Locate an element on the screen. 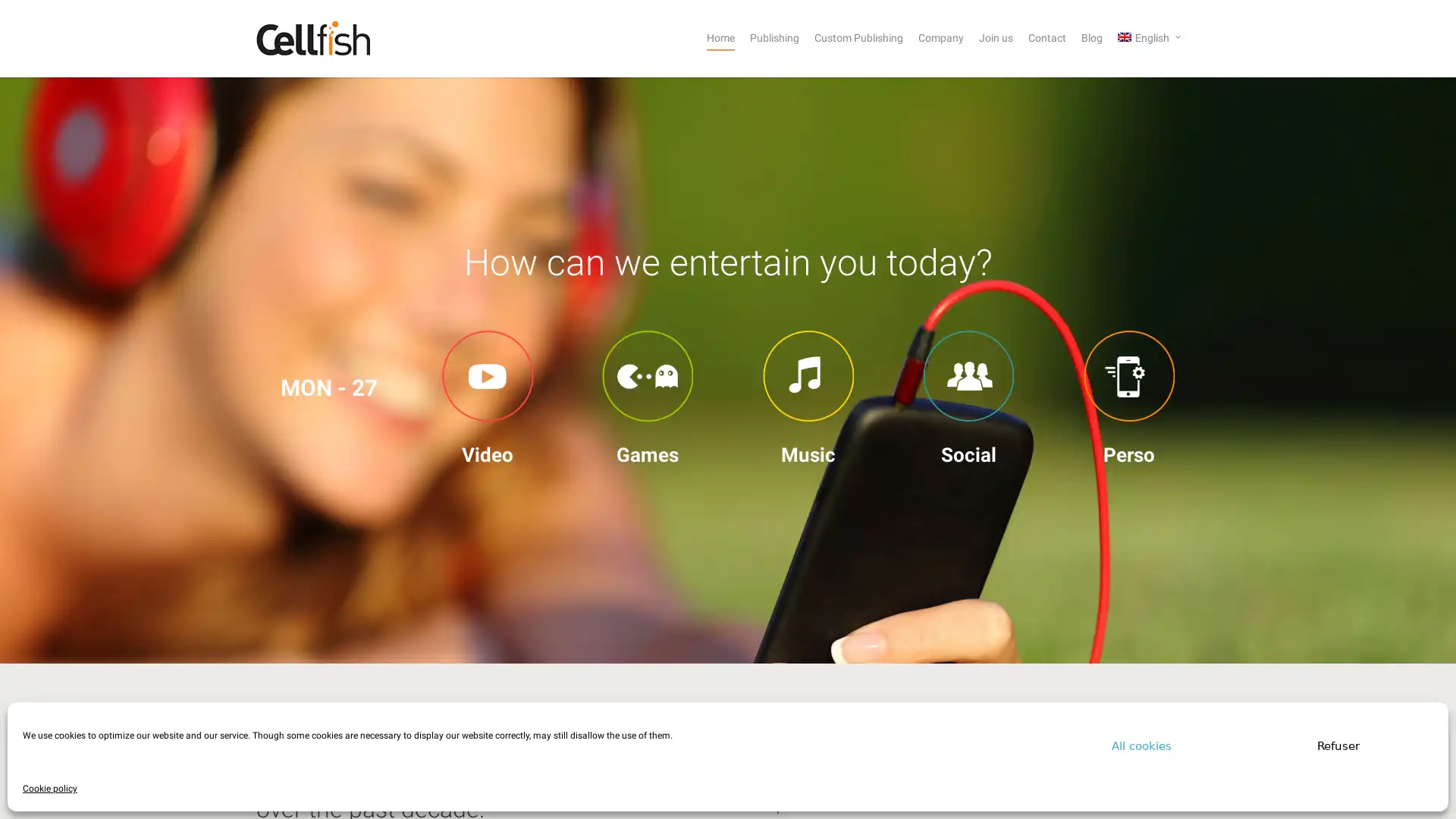  All cookies is located at coordinates (1141, 745).